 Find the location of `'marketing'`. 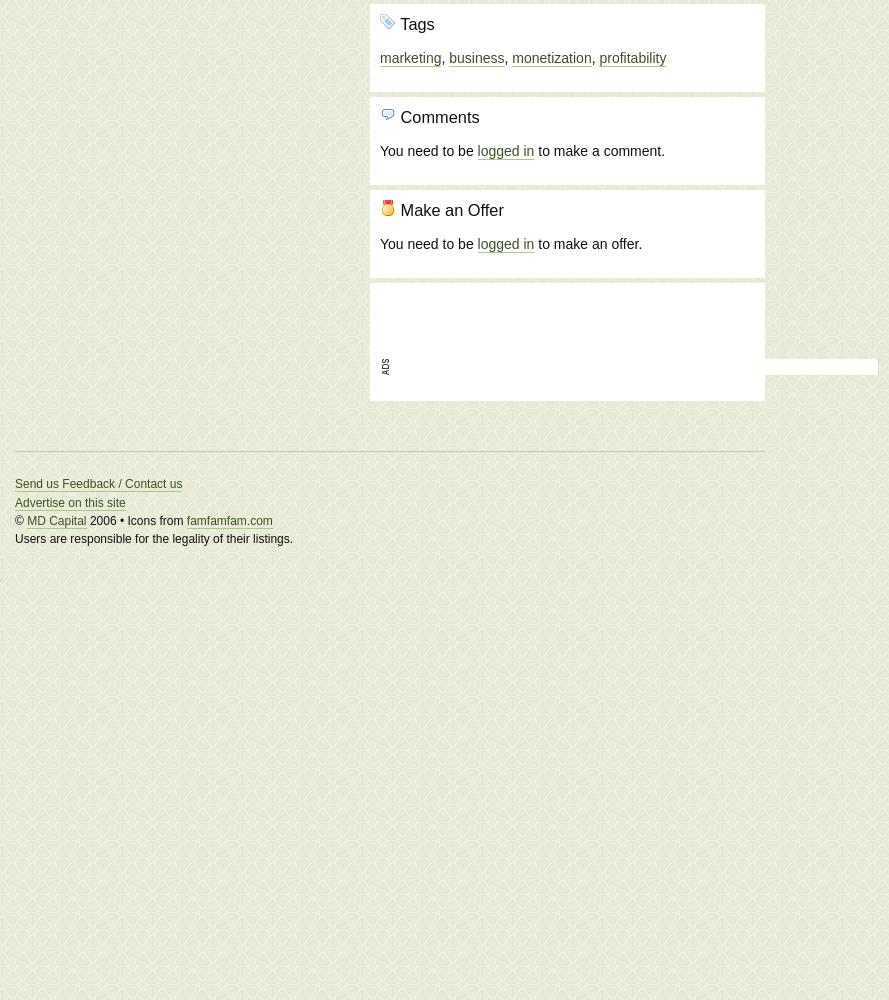

'marketing' is located at coordinates (410, 57).